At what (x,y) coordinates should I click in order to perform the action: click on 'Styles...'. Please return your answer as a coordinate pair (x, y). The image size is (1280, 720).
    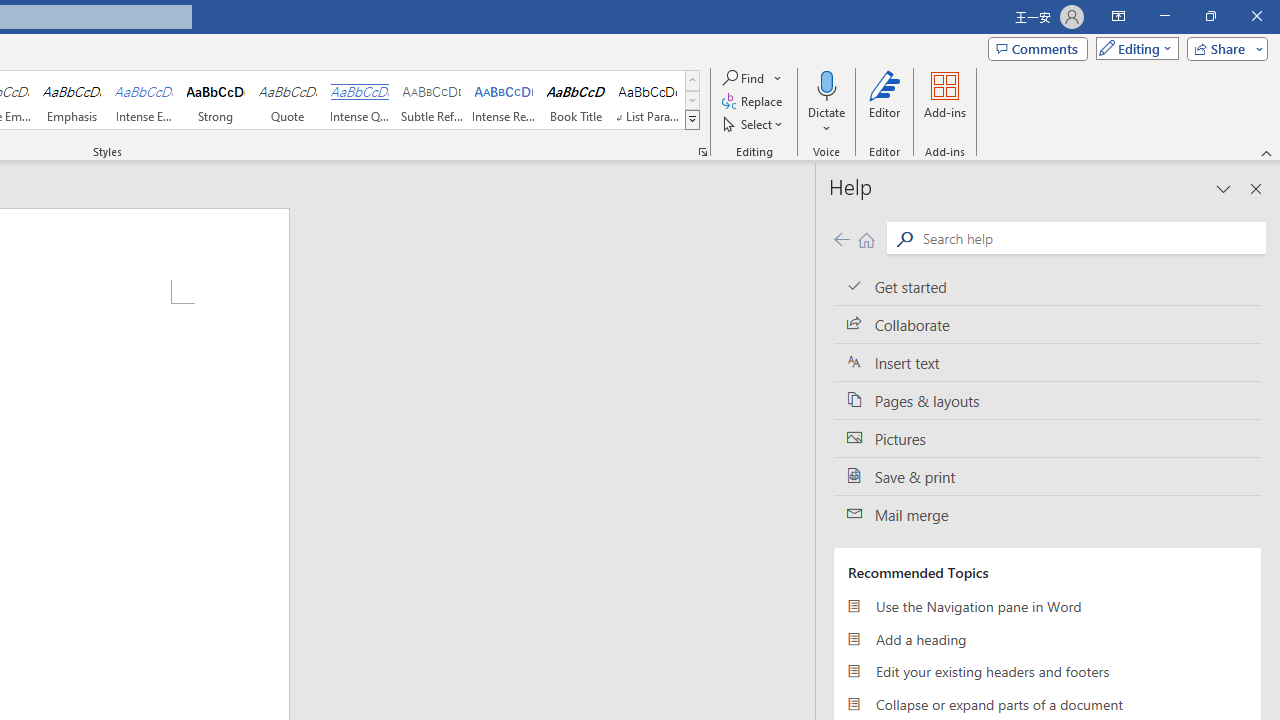
    Looking at the image, I should click on (702, 150).